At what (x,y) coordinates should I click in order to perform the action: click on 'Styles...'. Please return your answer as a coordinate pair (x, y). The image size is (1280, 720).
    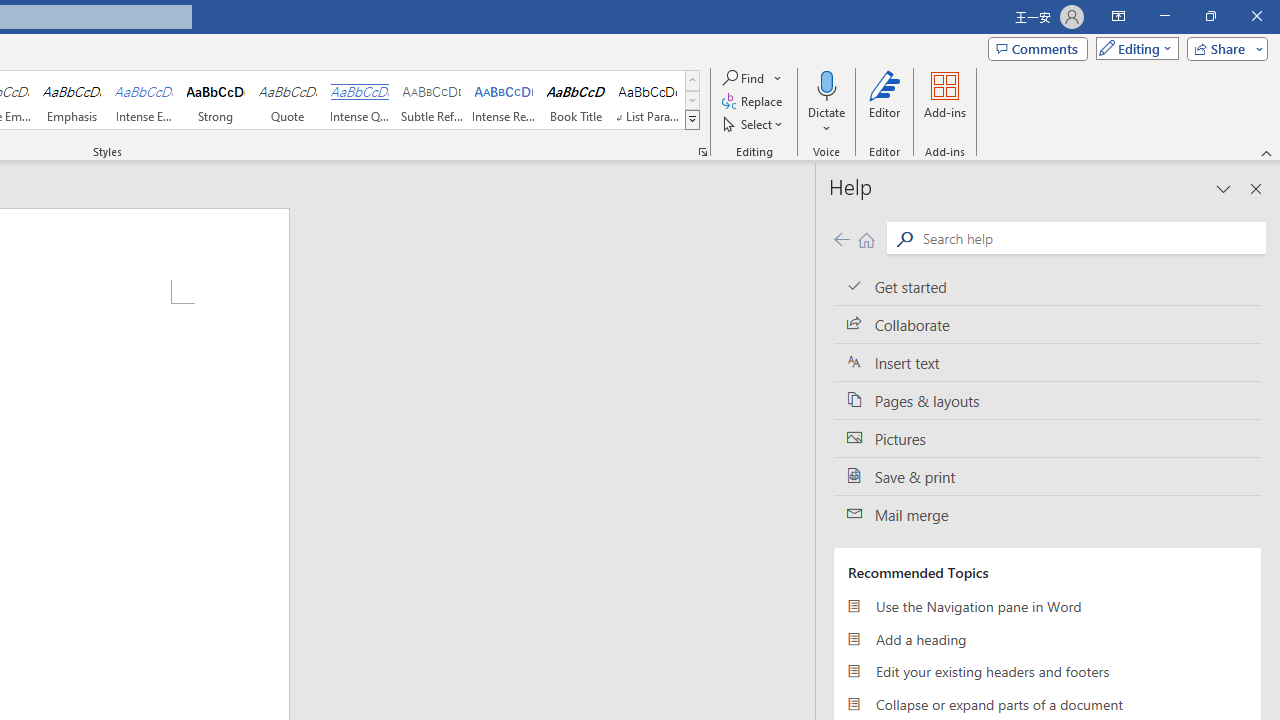
    Looking at the image, I should click on (702, 150).